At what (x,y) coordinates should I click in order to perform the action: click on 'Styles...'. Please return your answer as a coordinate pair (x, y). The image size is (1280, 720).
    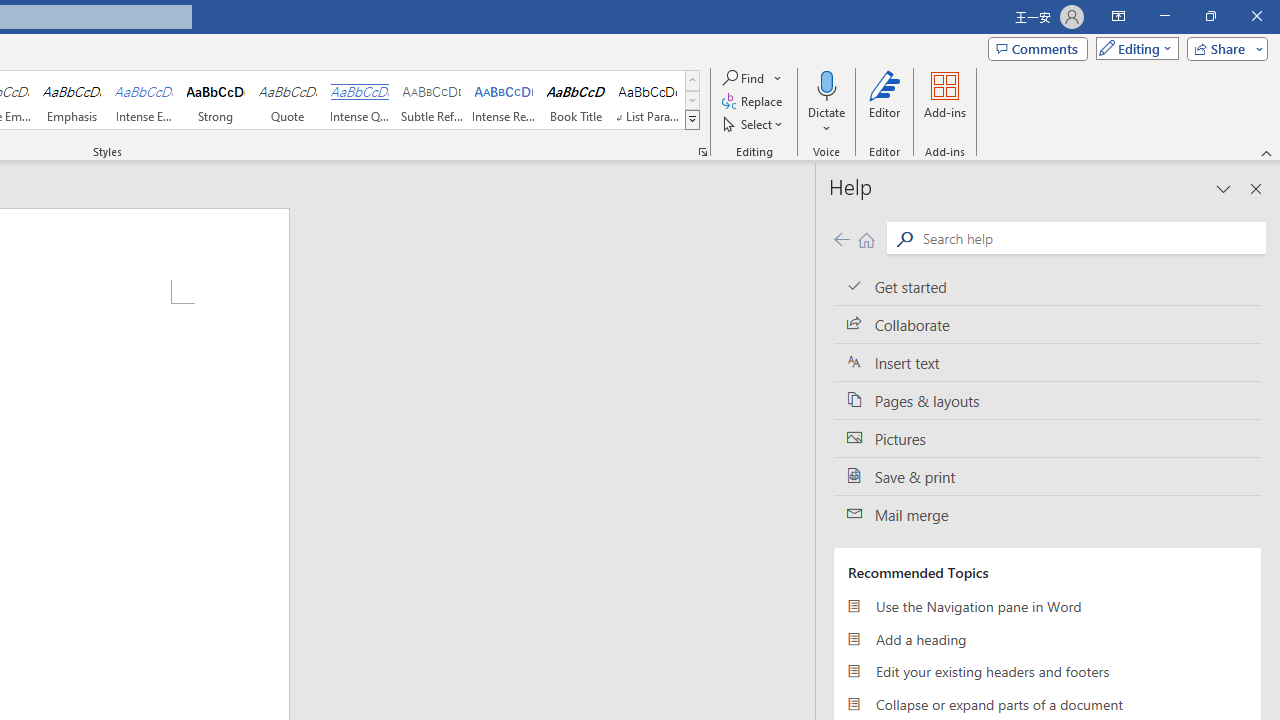
    Looking at the image, I should click on (702, 150).